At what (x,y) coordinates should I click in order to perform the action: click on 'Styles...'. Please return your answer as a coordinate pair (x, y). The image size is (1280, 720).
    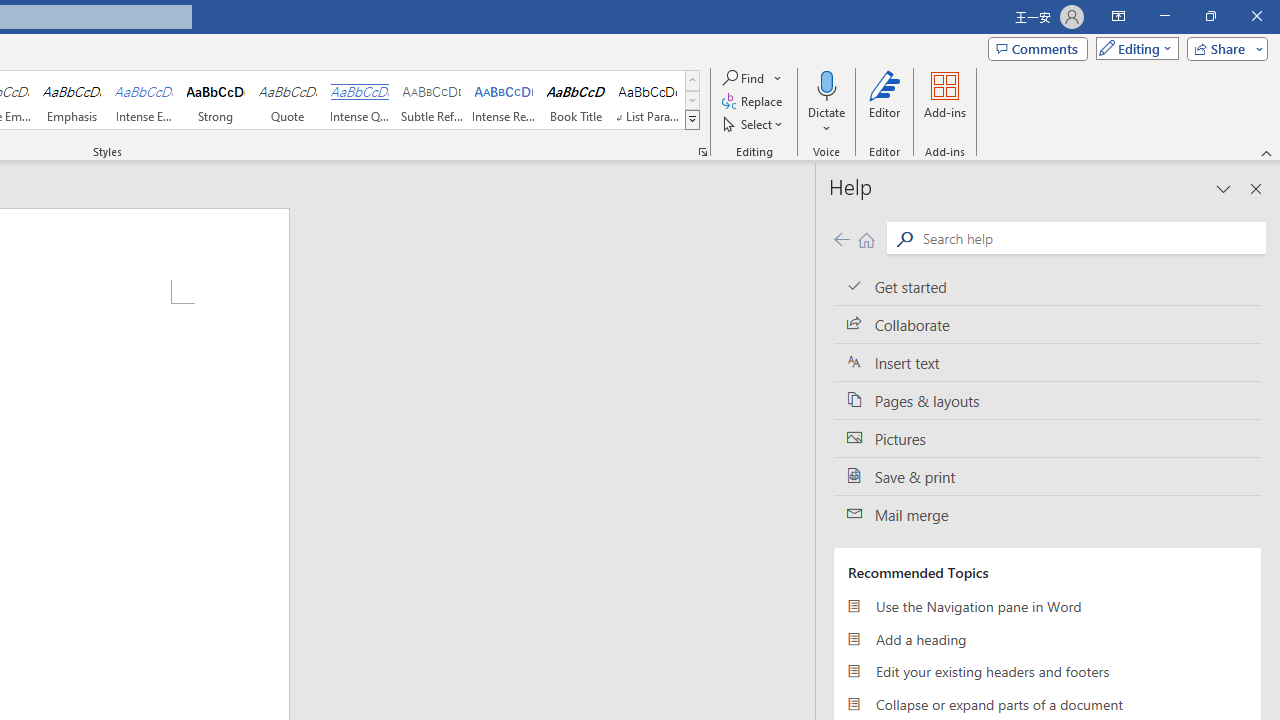
    Looking at the image, I should click on (702, 150).